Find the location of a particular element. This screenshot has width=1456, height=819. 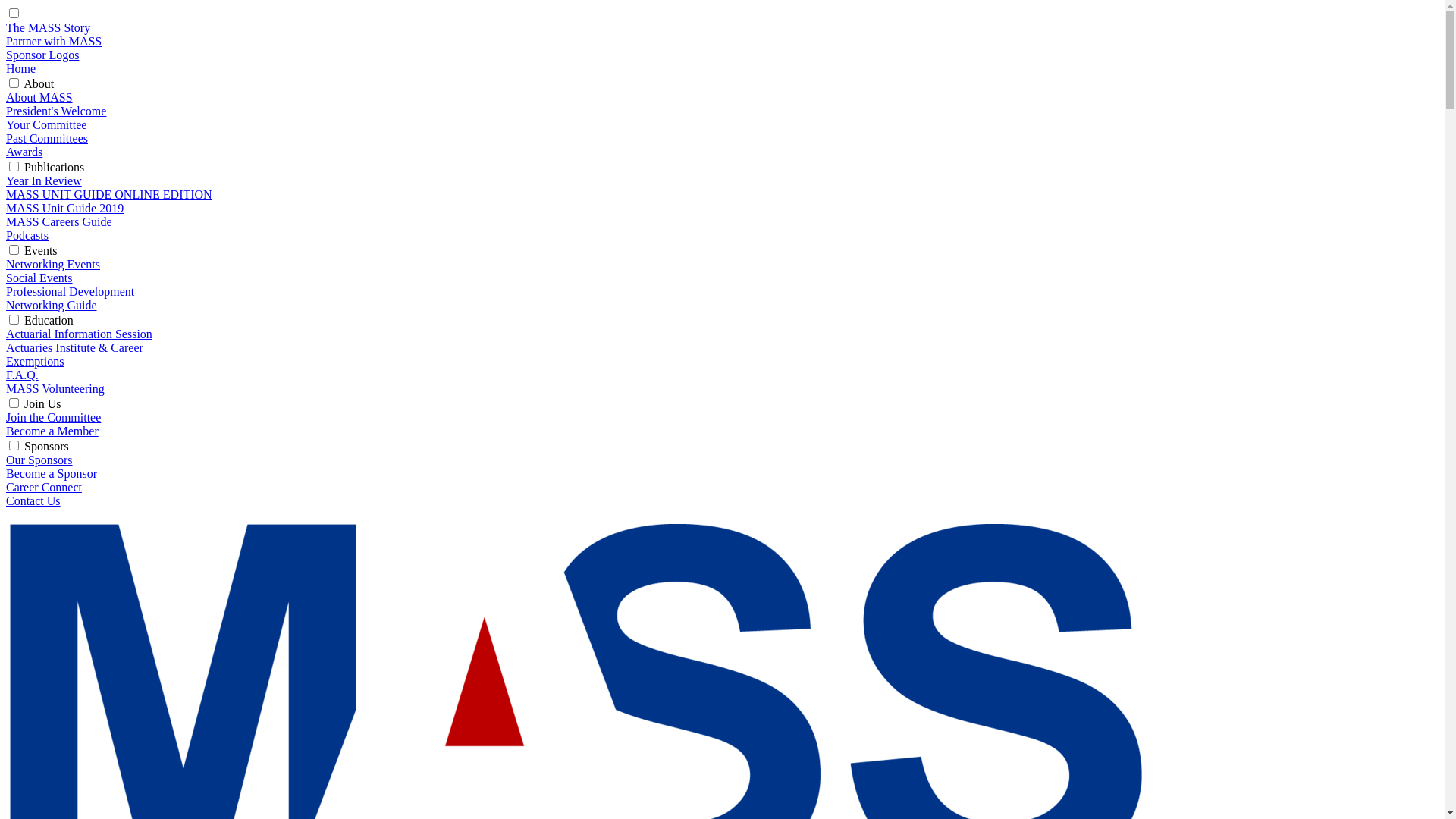

'Career Connect' is located at coordinates (43, 487).